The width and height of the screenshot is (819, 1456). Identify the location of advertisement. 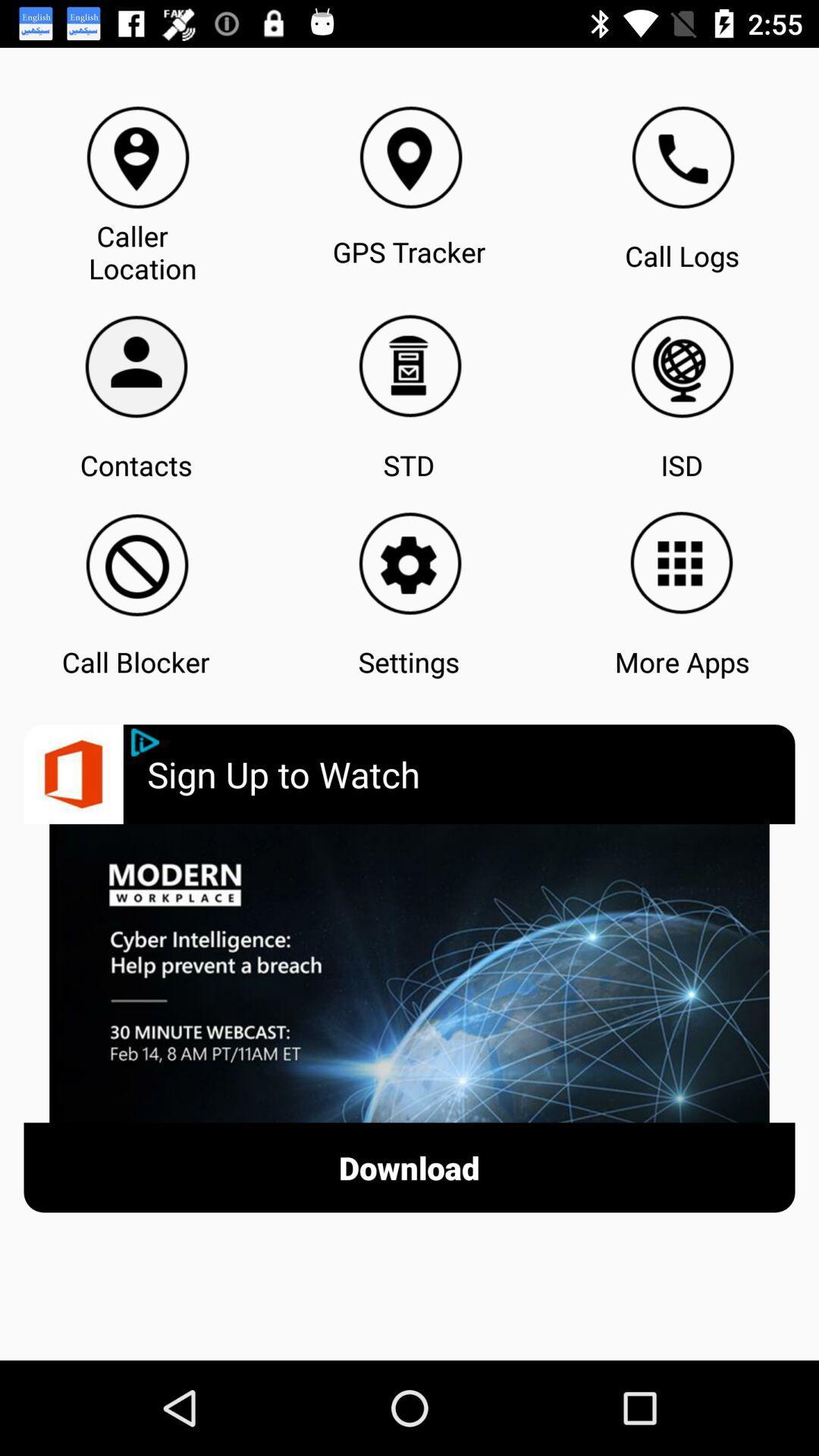
(409, 973).